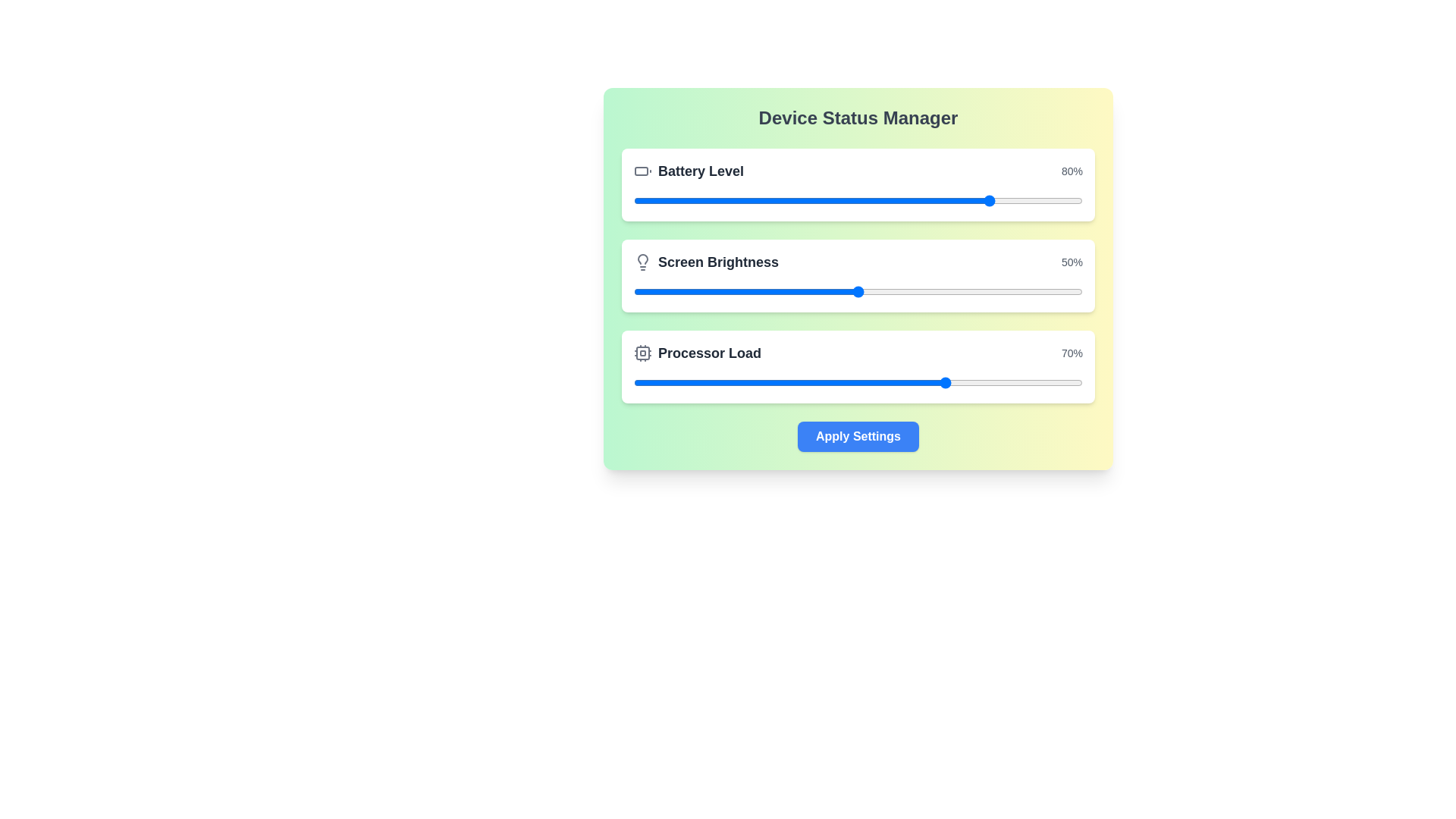  What do you see at coordinates (643, 353) in the screenshot?
I see `the processor load icon located to the left of the 'Processor Load' text label in the third section of the interface` at bounding box center [643, 353].